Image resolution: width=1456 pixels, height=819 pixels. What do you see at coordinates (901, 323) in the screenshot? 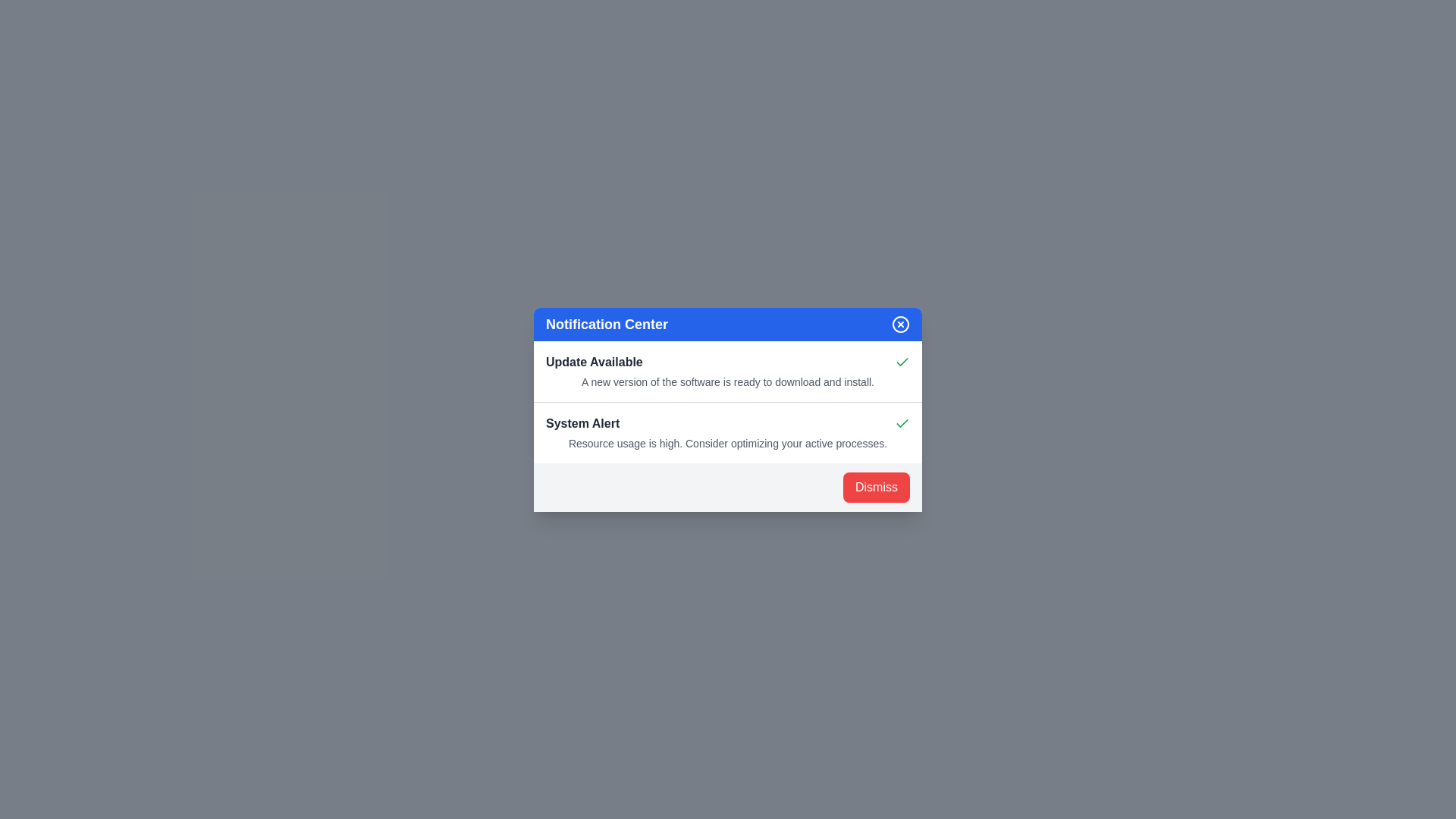
I see `close button in the header of the dialog to close it` at bounding box center [901, 323].